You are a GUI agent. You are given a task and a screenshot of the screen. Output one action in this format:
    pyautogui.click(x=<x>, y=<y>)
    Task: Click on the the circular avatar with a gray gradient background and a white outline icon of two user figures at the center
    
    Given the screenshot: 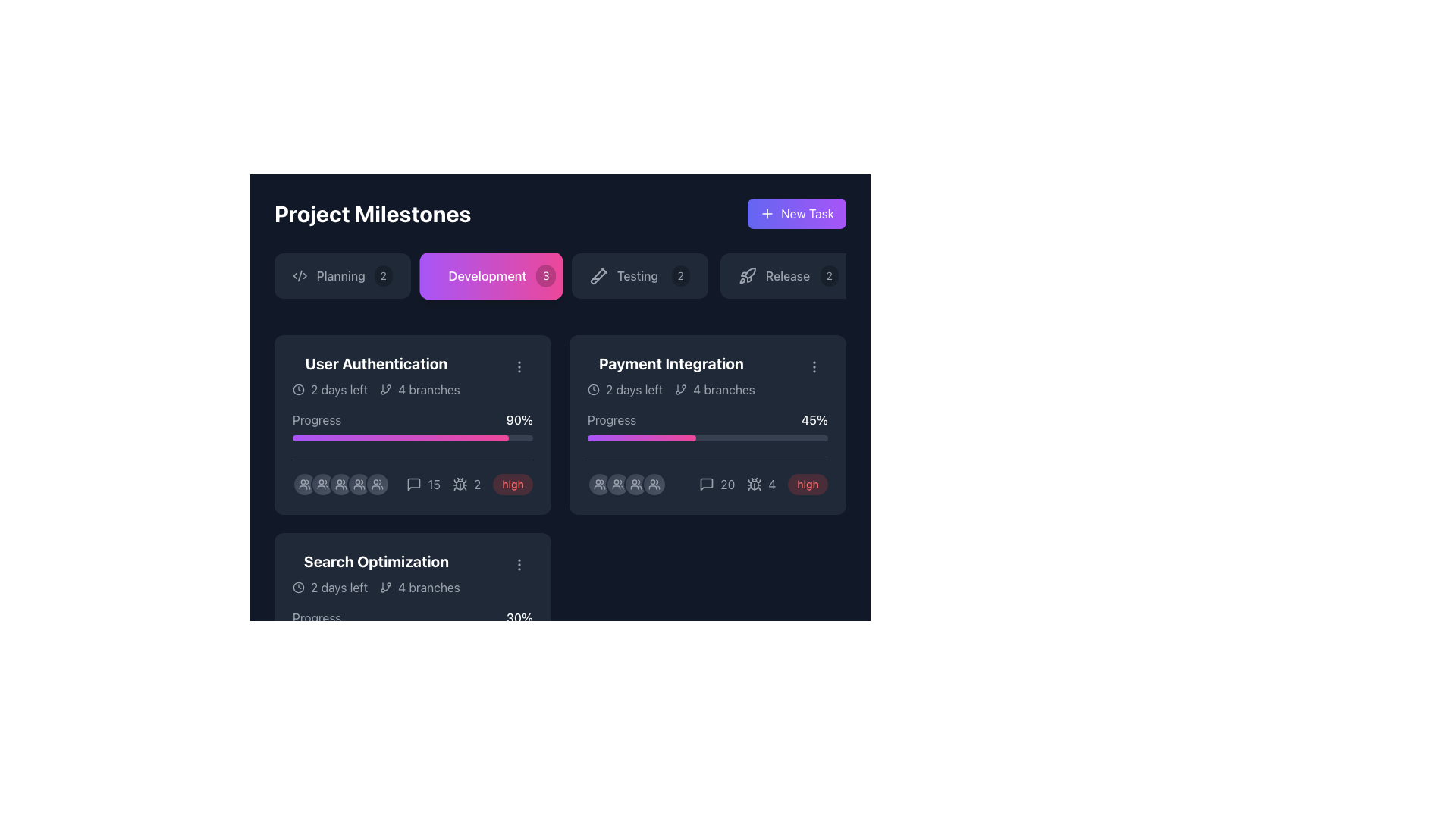 What is the action you would take?
    pyautogui.click(x=340, y=485)
    